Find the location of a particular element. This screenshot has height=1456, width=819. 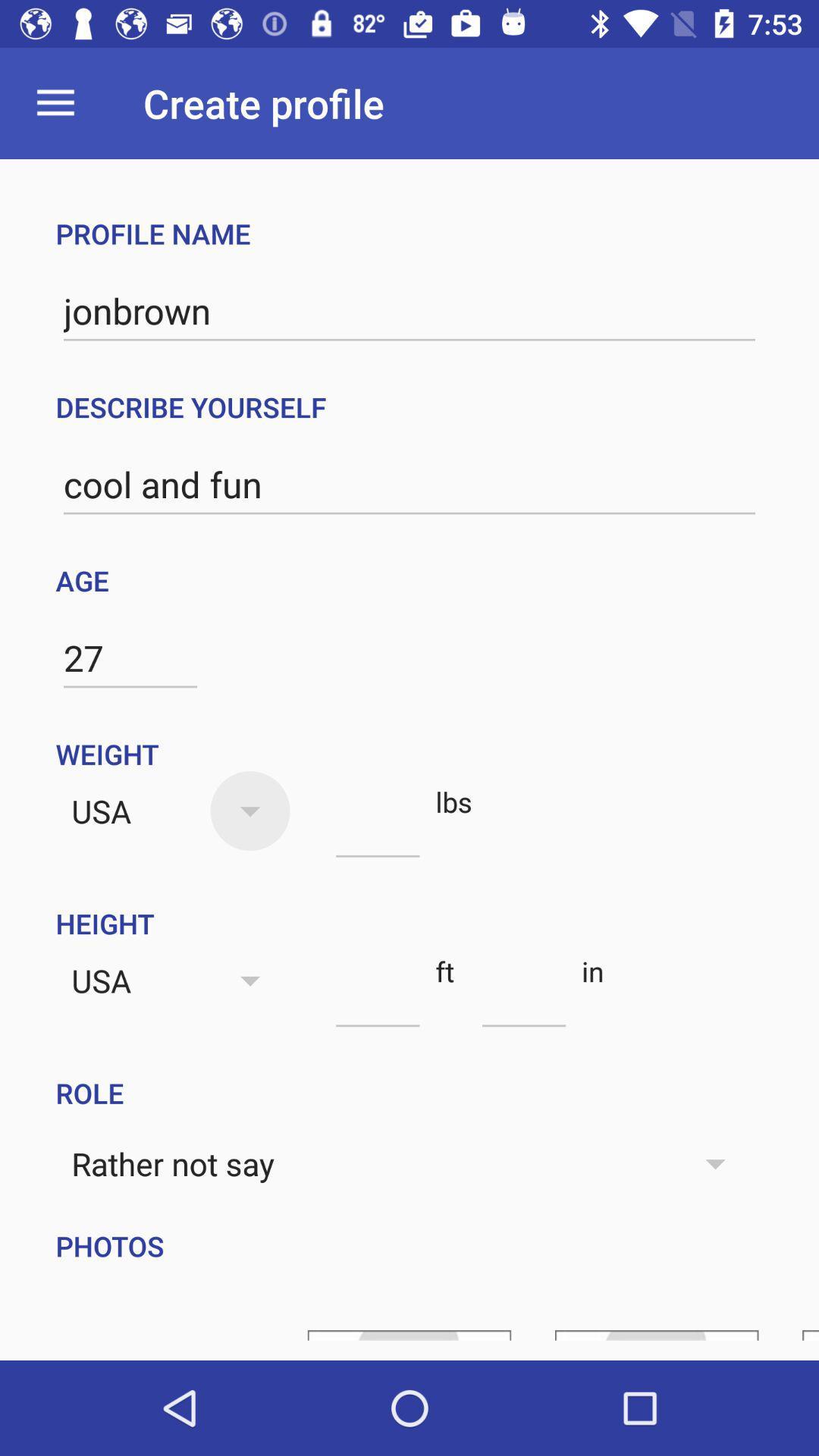

height measurement is located at coordinates (377, 999).